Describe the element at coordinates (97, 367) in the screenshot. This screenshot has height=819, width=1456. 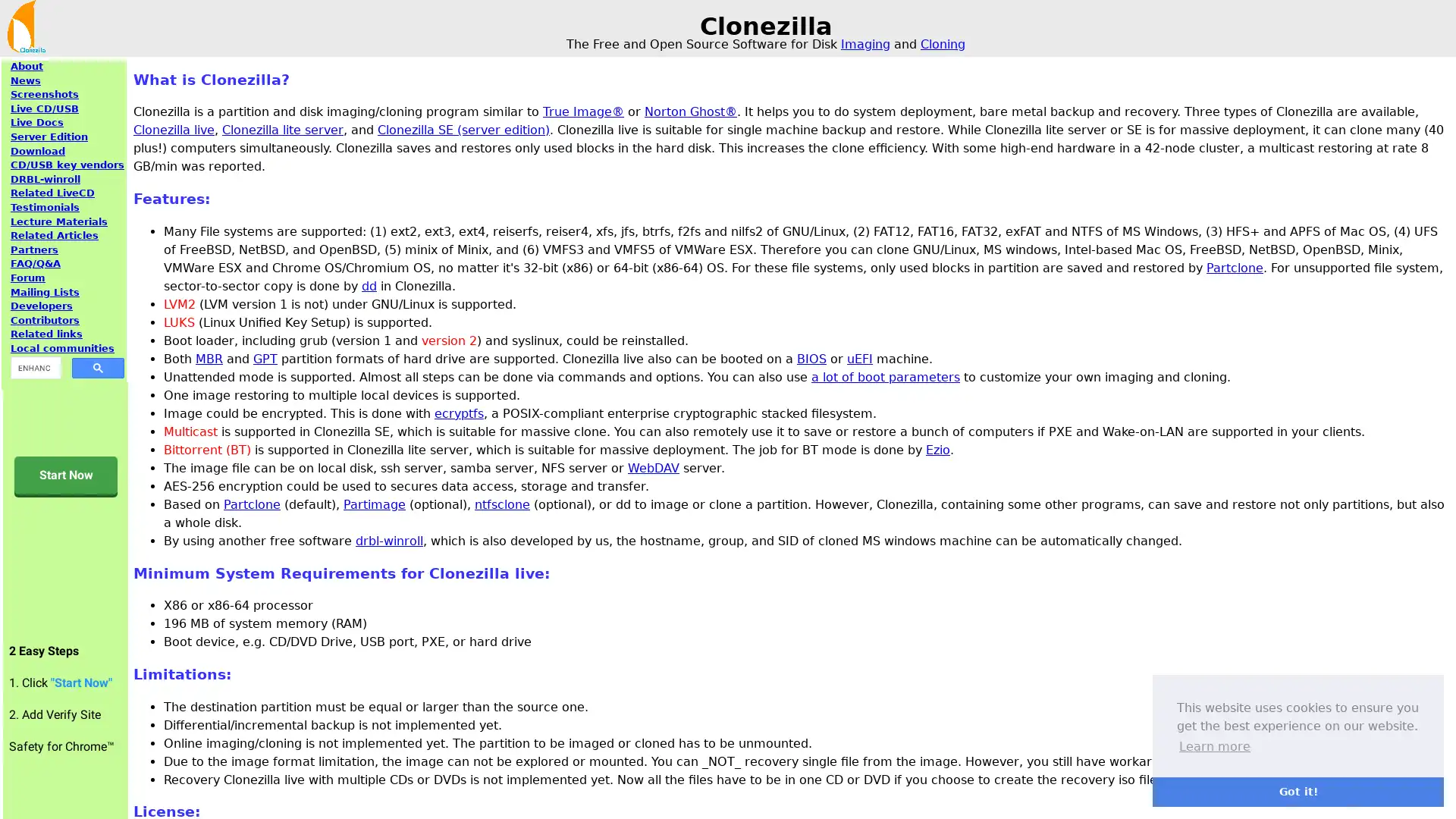
I see `search` at that location.